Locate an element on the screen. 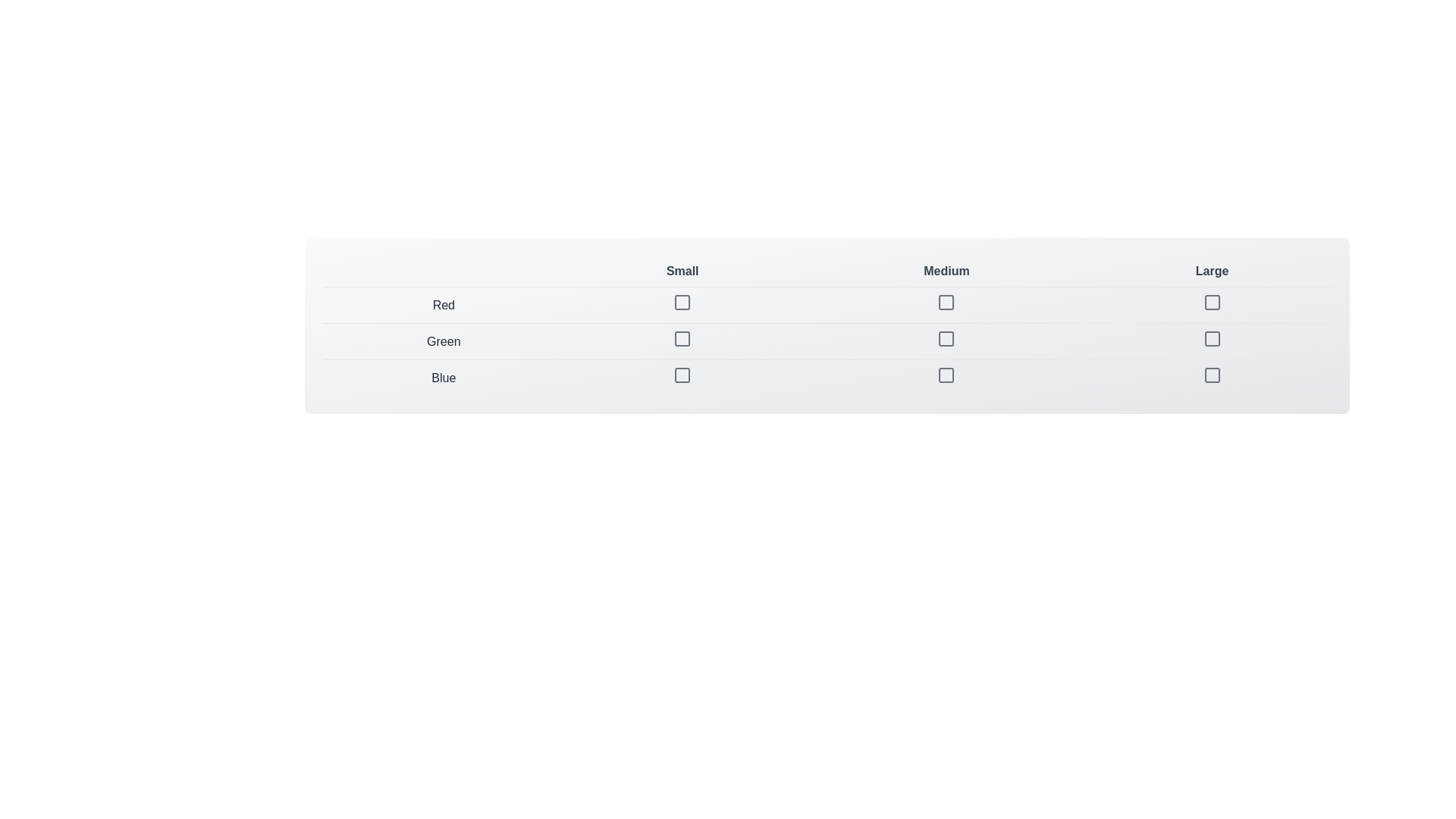 The height and width of the screenshot is (819, 1456). the 'Blue' text label in the third row of the table that indicates the option associated with the checkboxes for 'Small' is located at coordinates (443, 377).